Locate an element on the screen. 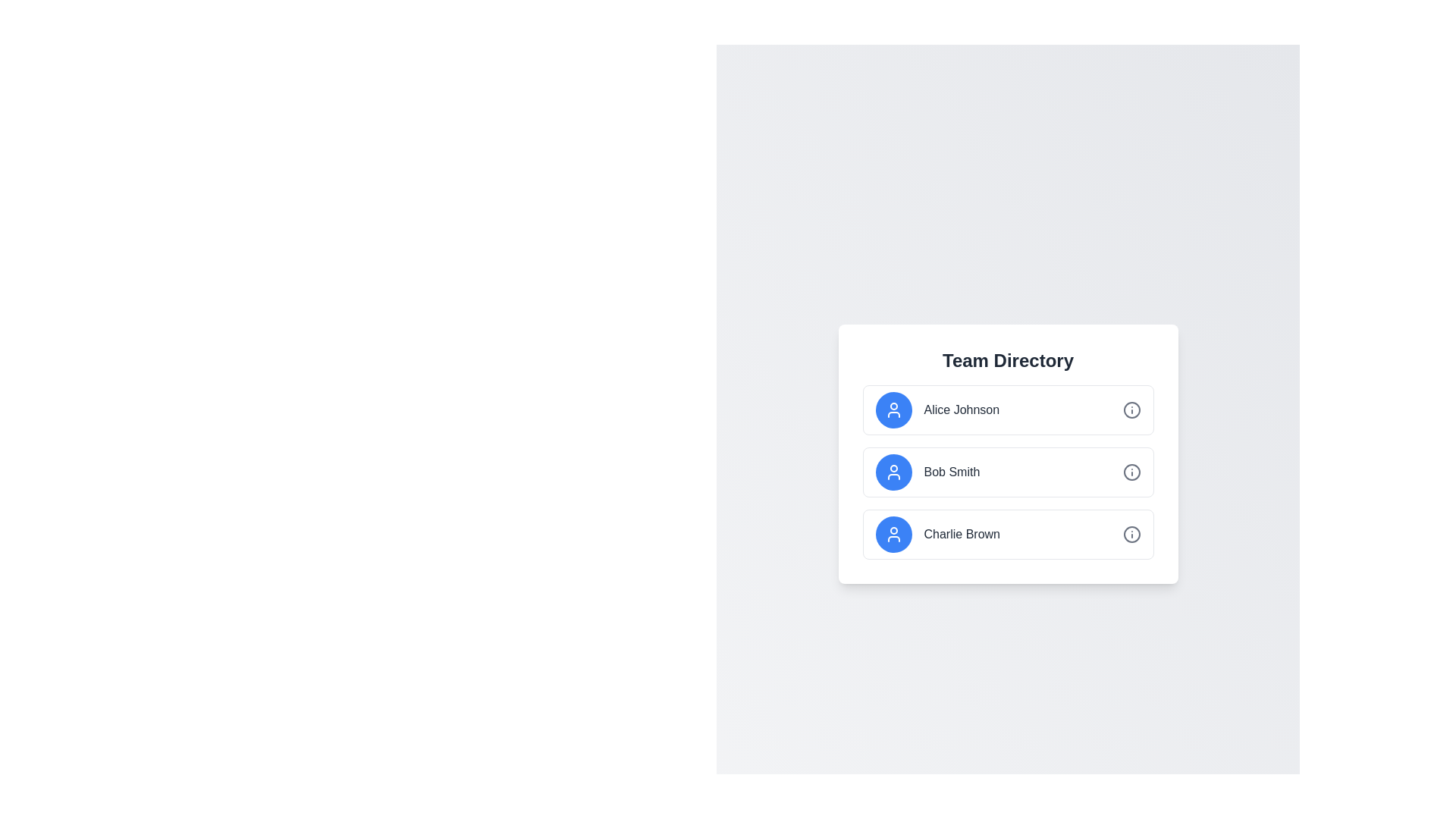 Image resolution: width=1456 pixels, height=819 pixels. the circular icon located adjacent to the name 'Bob Smith' in the 'Team Directory' list is located at coordinates (1131, 472).